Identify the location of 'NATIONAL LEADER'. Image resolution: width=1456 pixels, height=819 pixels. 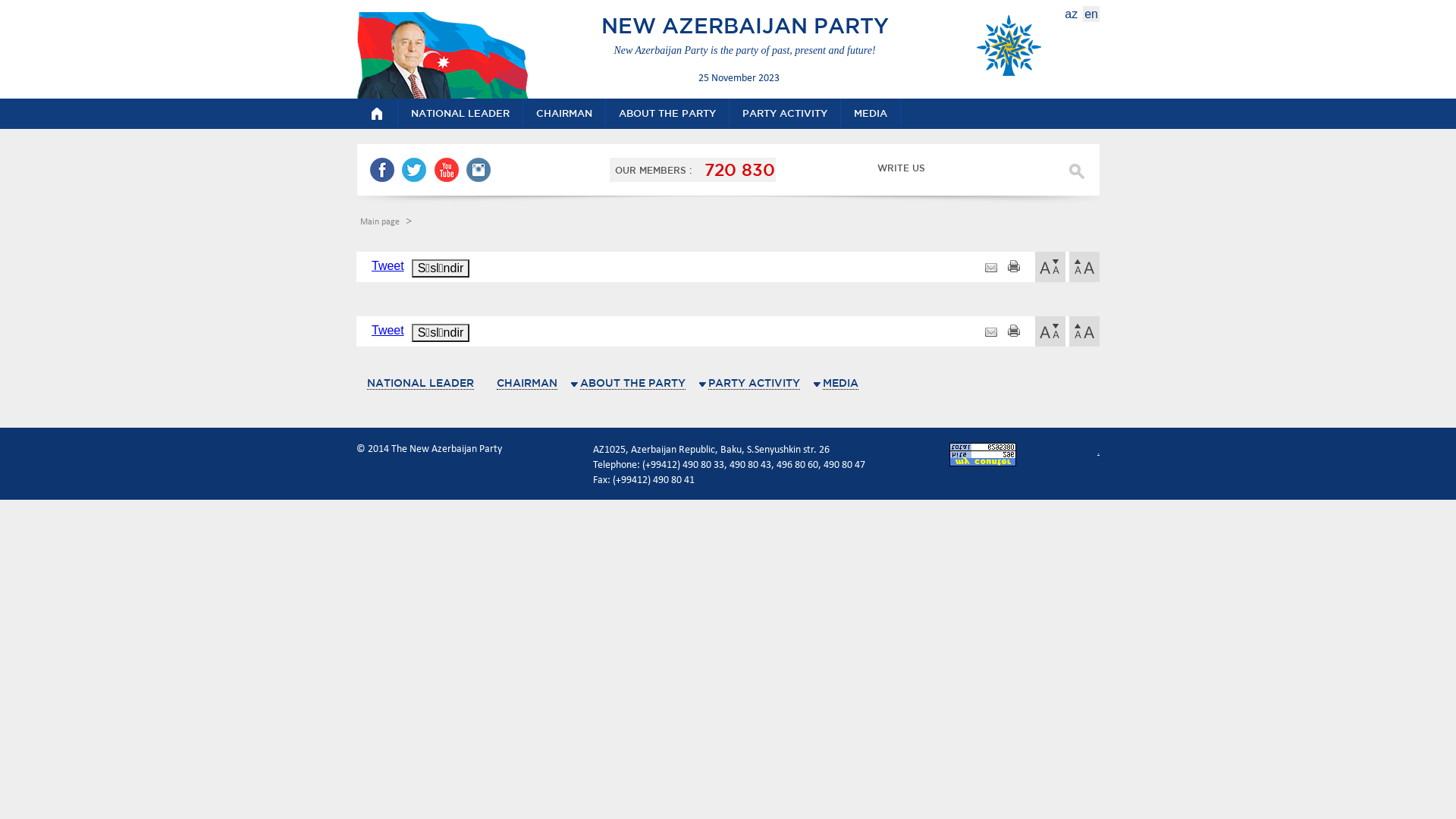
(420, 382).